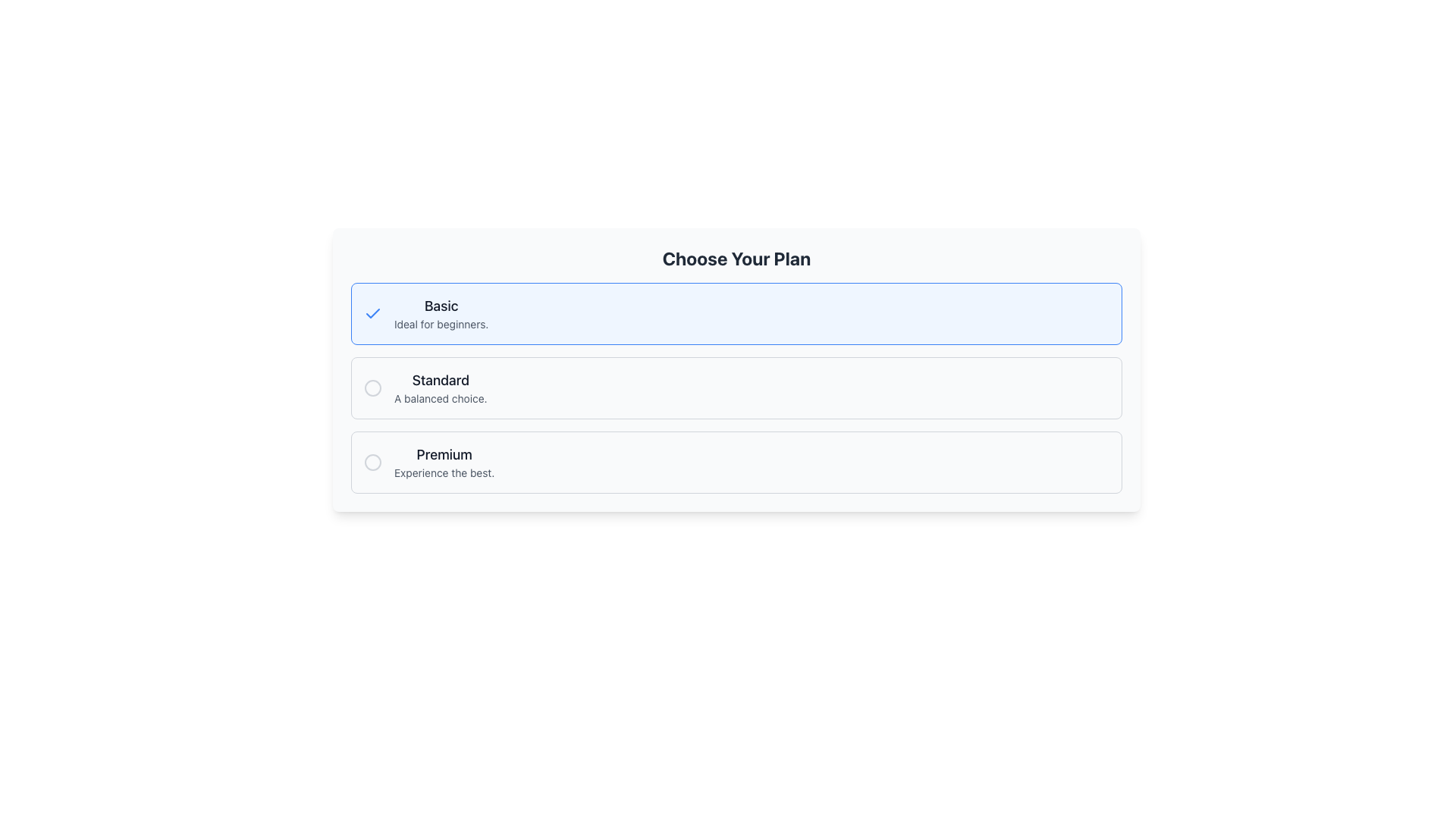 The width and height of the screenshot is (1456, 819). What do you see at coordinates (440, 388) in the screenshot?
I see `text of the 'Standard' Text Label element, which is the second choice in the selection options under the 'Choose Your Plan' heading` at bounding box center [440, 388].